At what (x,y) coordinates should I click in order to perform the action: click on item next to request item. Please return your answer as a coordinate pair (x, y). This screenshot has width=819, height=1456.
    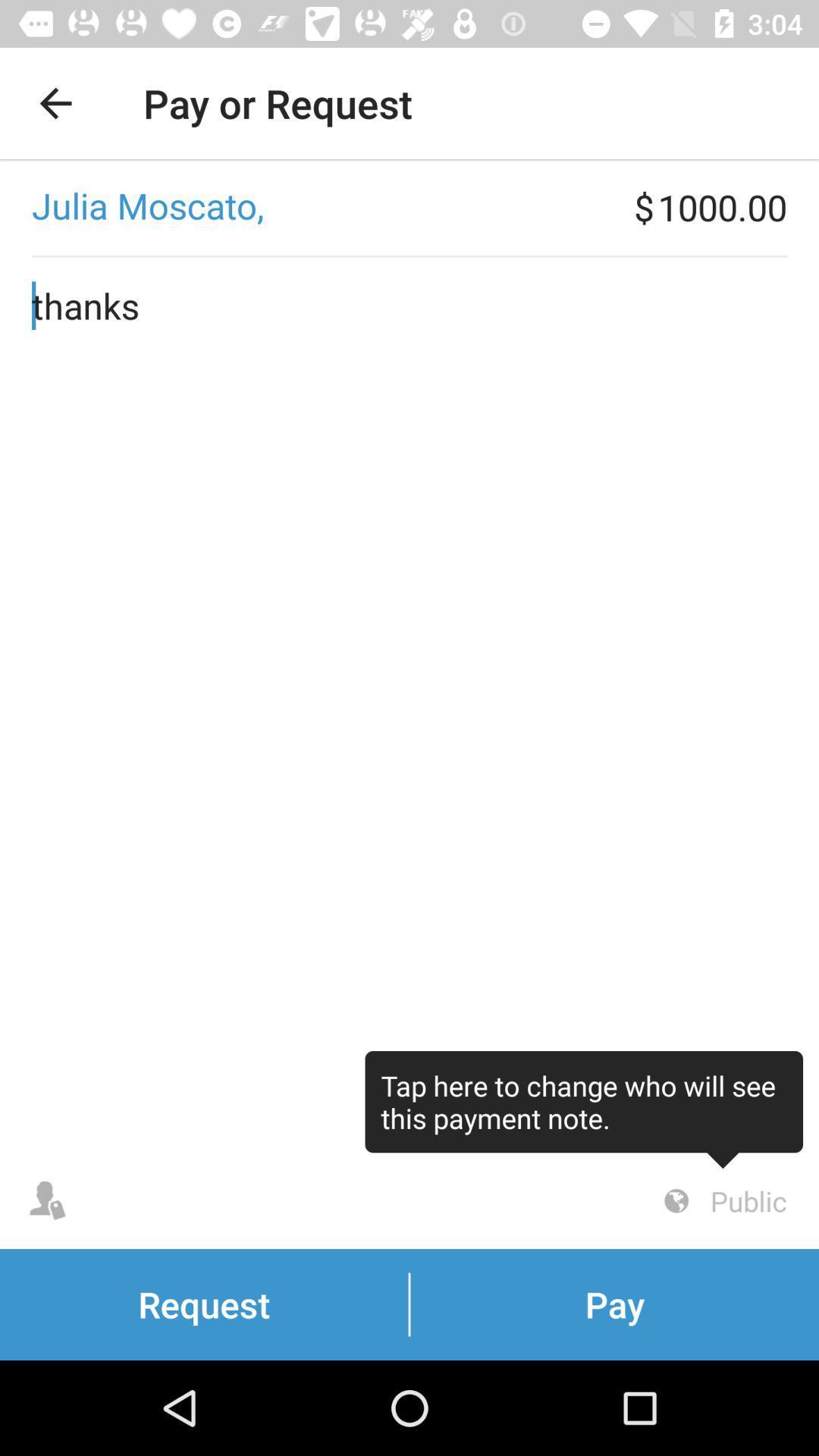
    Looking at the image, I should click on (722, 1200).